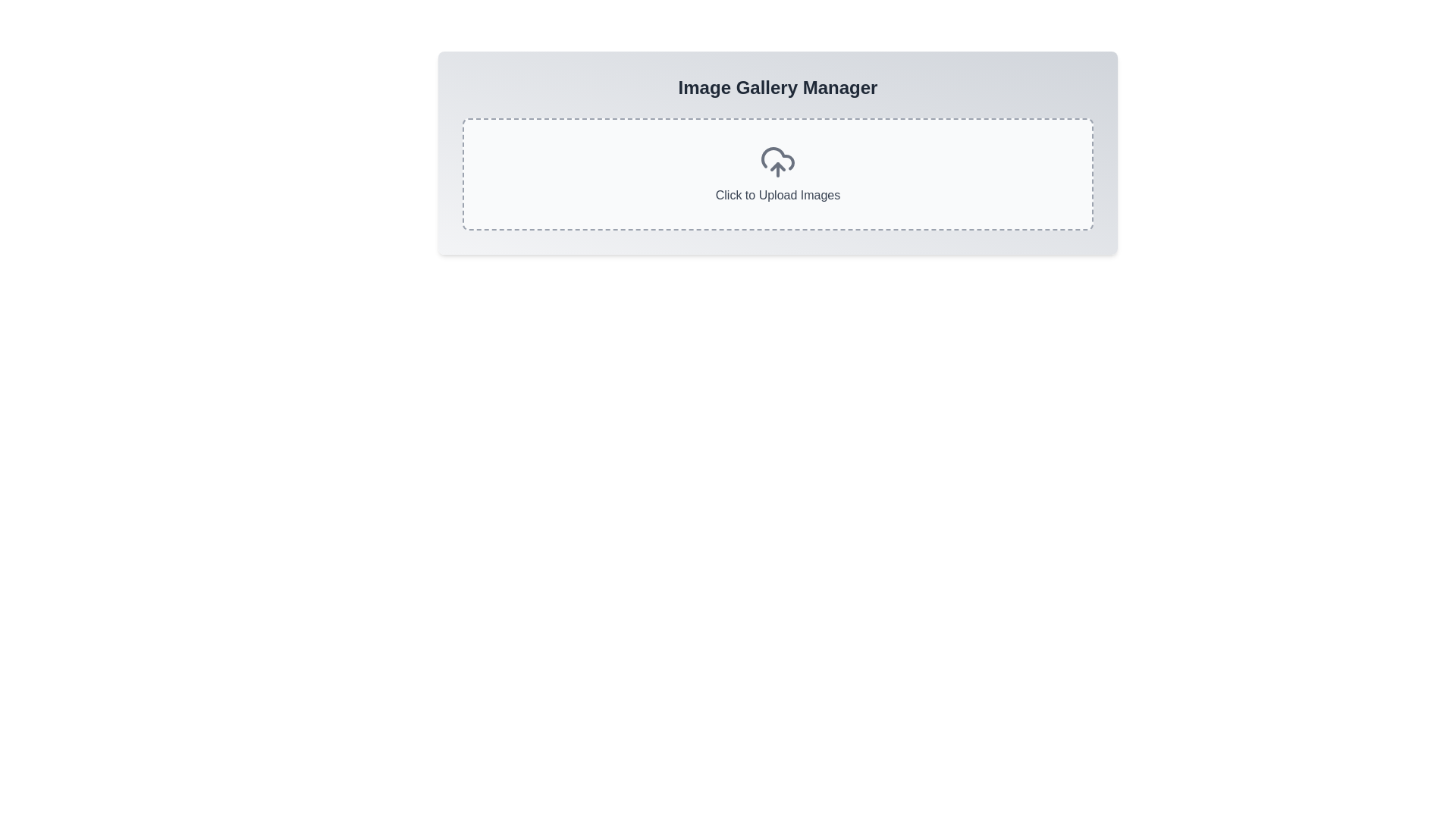 Image resolution: width=1456 pixels, height=819 pixels. Describe the element at coordinates (778, 162) in the screenshot. I see `the upload icon, which is a gray cloud outline with an upward-pointing arrow, located in the middle of a dashed box above the text 'Click to Upload Images'` at that location.